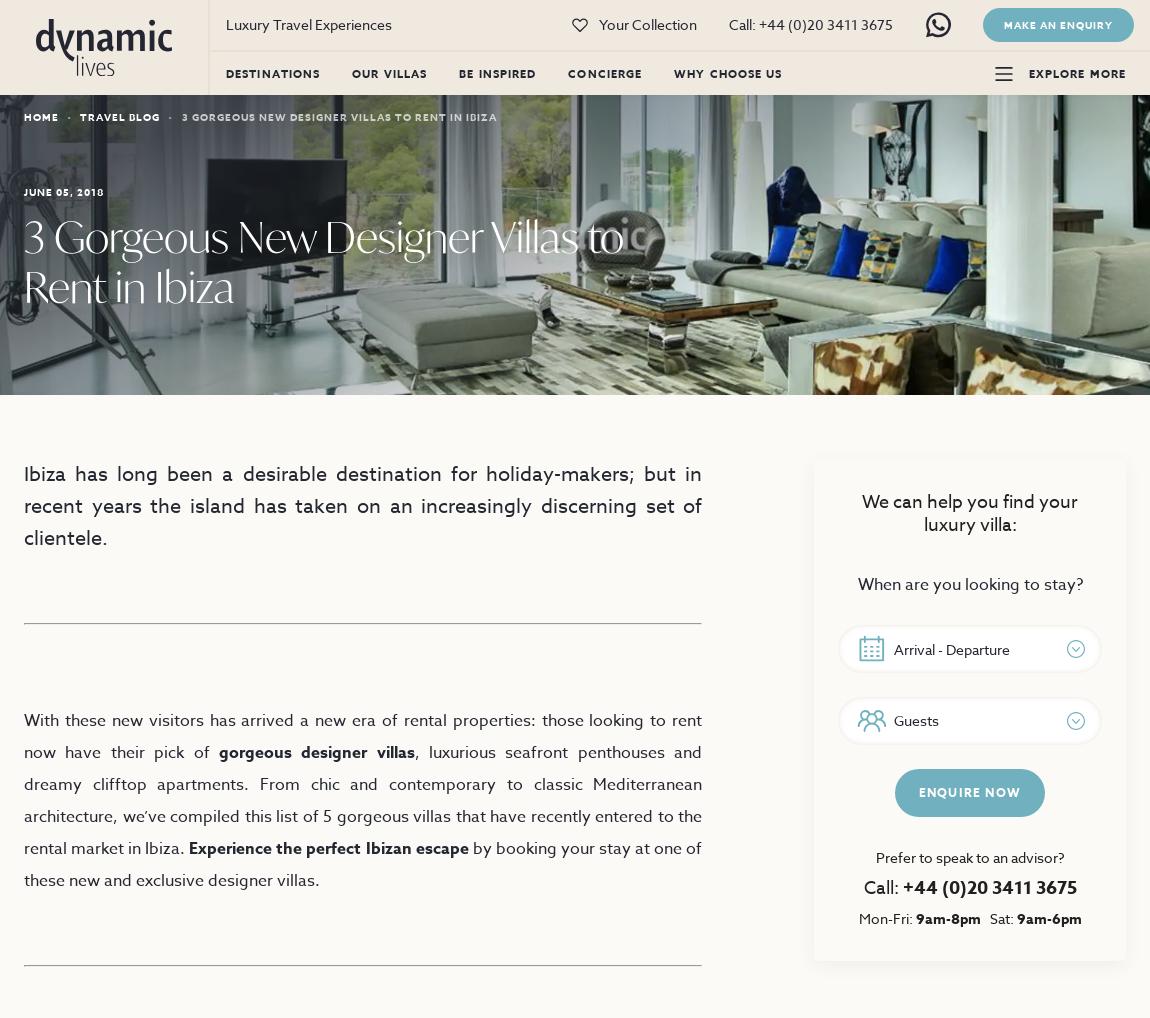 This screenshot has width=1150, height=1018. Describe the element at coordinates (363, 736) in the screenshot. I see `'With these new visitors has arrived a new era of rental properties: those looking to rent now have their pick of'` at that location.